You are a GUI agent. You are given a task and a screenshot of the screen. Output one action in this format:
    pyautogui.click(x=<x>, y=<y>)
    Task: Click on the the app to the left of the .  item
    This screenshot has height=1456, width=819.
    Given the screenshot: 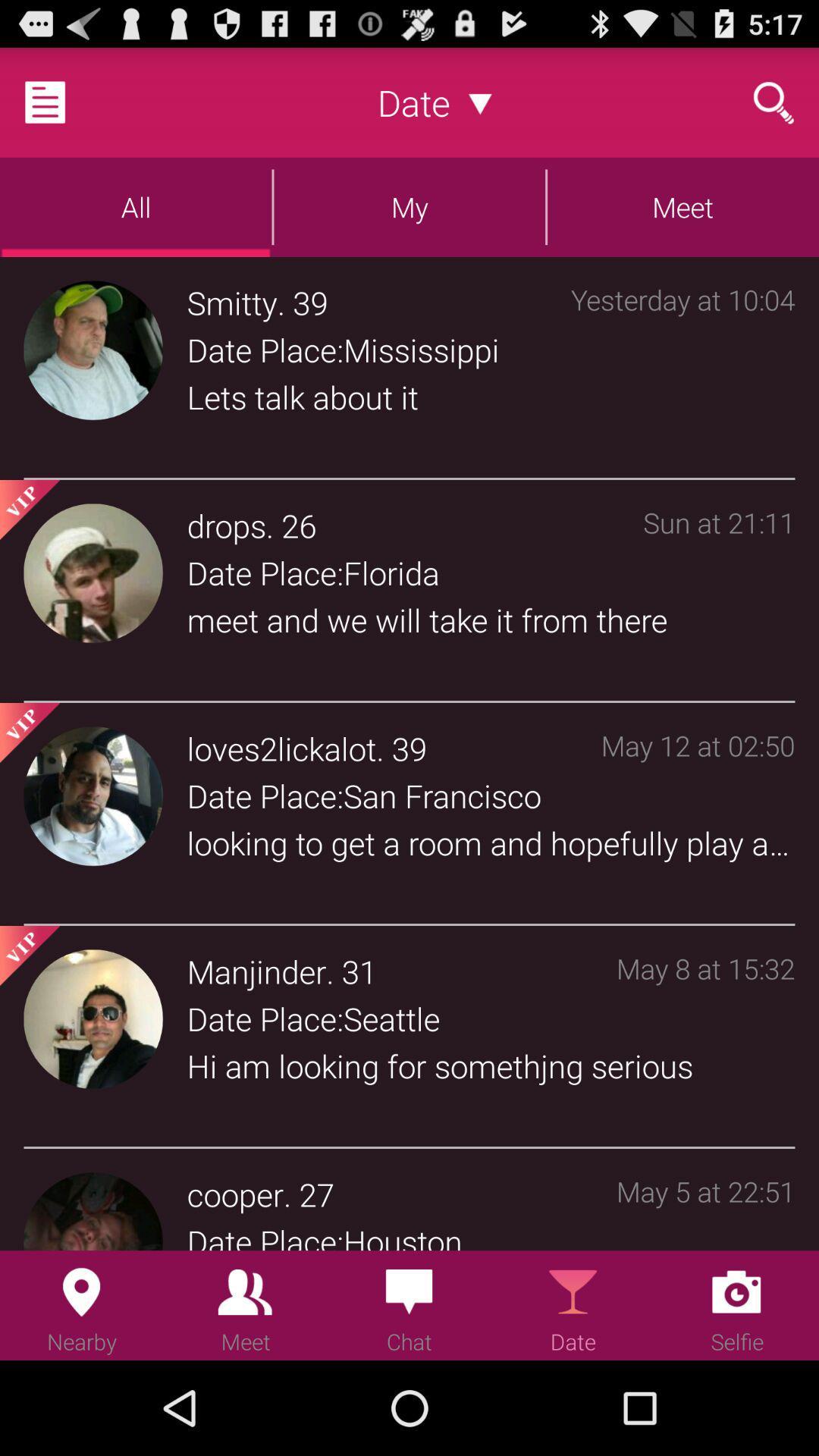 What is the action you would take?
    pyautogui.click(x=232, y=302)
    